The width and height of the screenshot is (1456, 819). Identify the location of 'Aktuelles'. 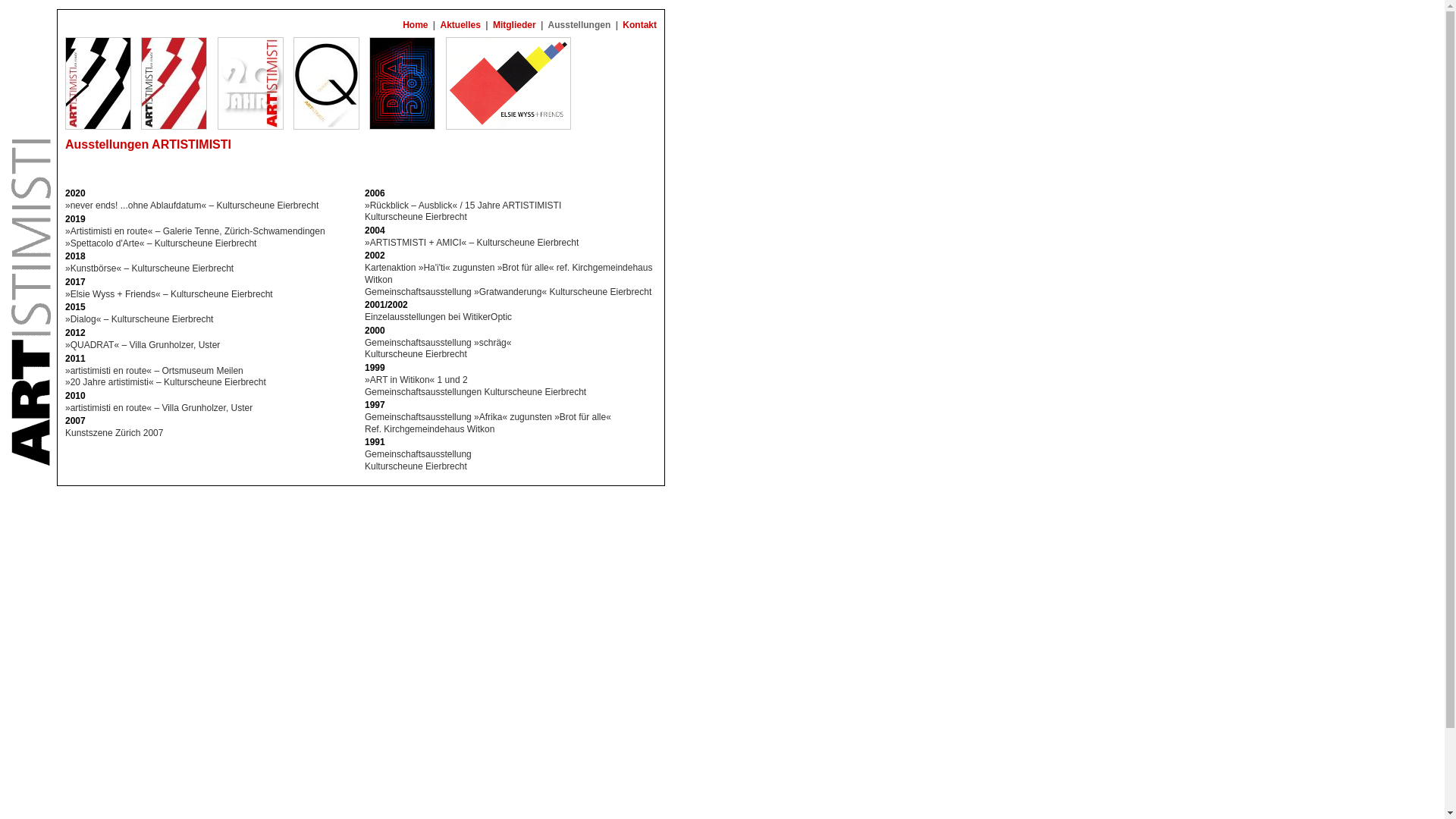
(460, 25).